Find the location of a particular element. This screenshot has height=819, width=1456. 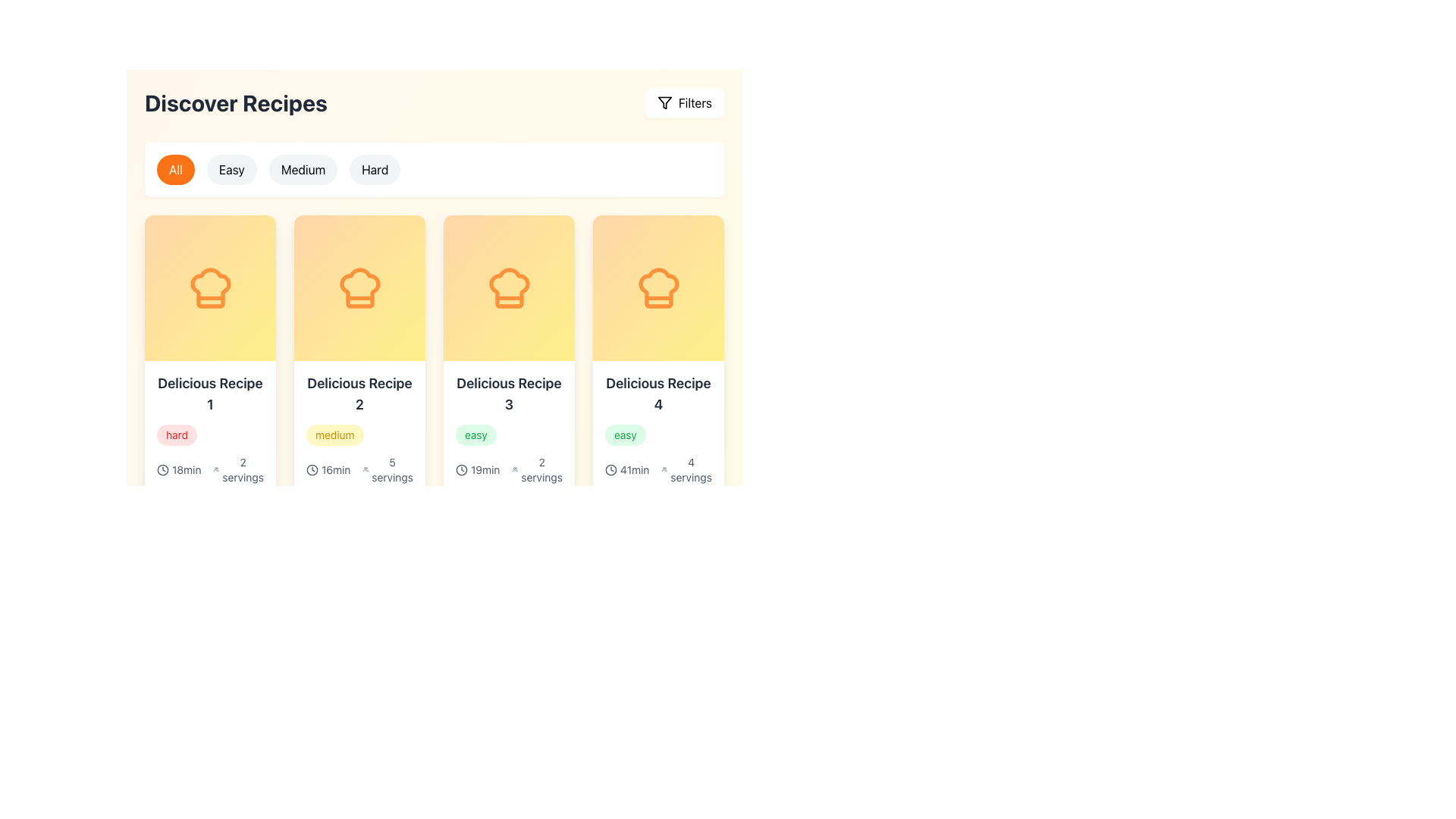

the servings icon located in the '2 servings' section of the 'Delicious Recipe 3' card, which visually represents multiple user silhouettes is located at coordinates (515, 469).